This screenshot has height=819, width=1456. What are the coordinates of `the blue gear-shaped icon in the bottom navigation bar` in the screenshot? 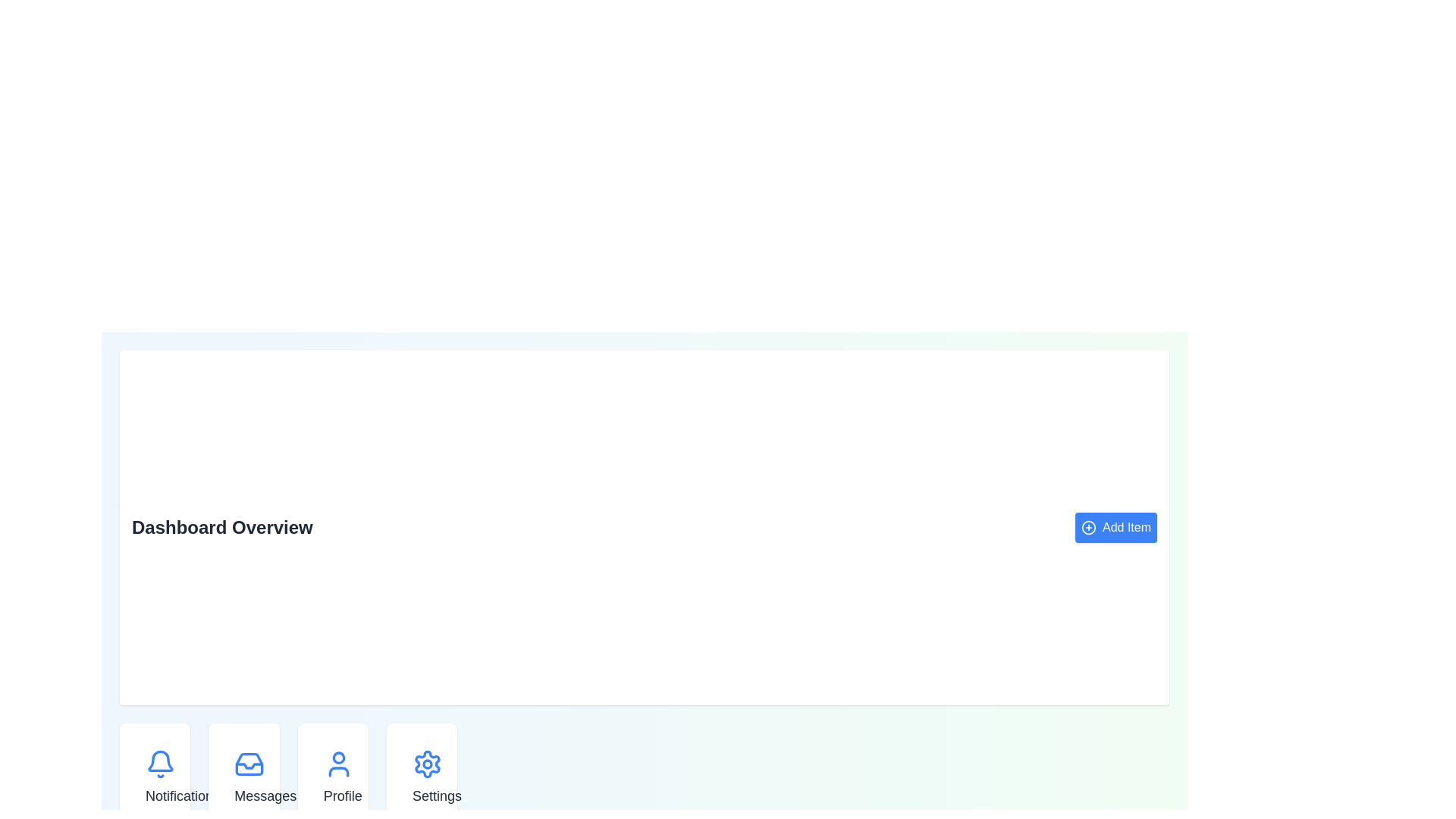 It's located at (427, 763).